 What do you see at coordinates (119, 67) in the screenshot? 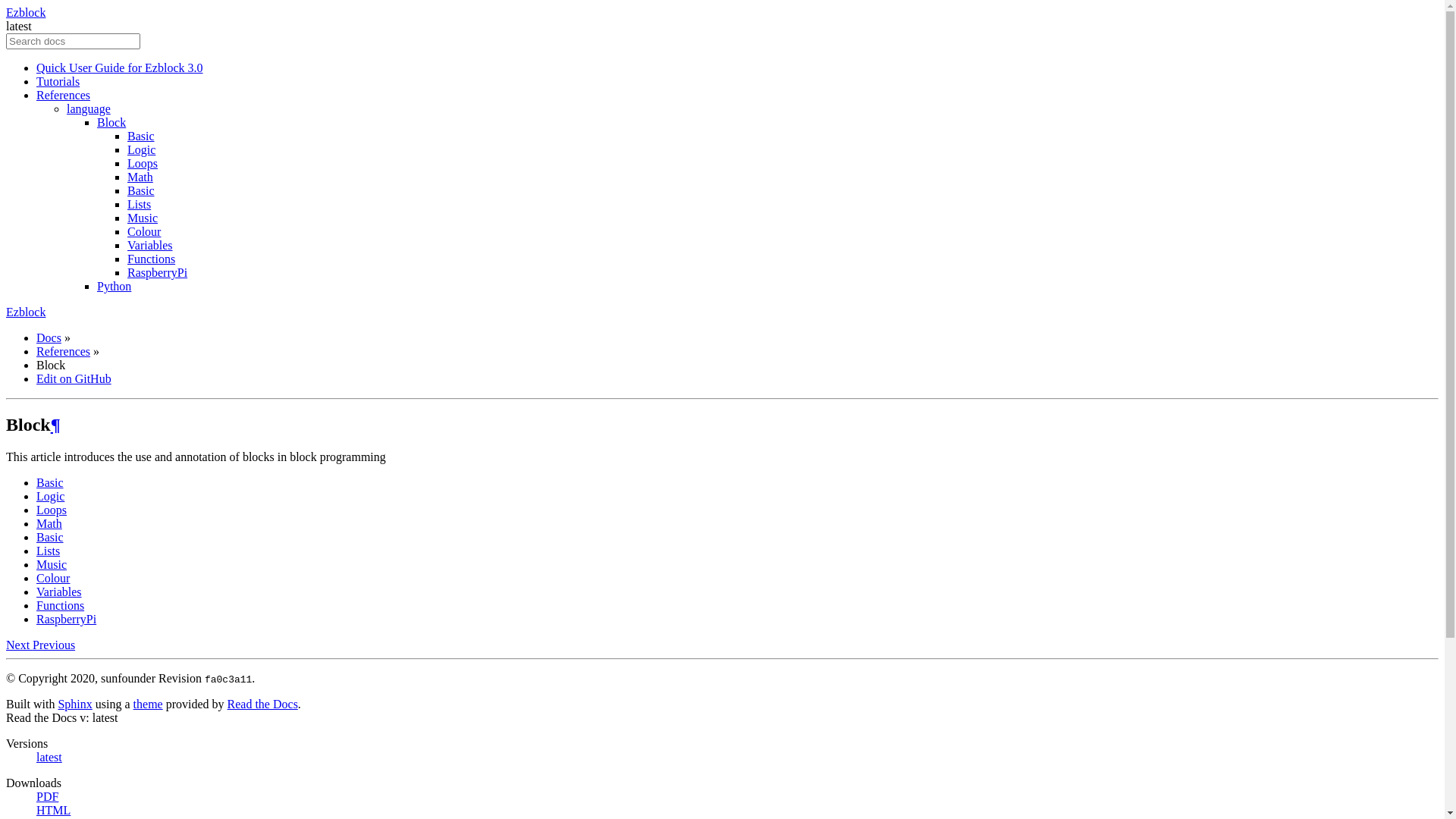
I see `'Quick User Guide for Ezblock 3.0'` at bounding box center [119, 67].